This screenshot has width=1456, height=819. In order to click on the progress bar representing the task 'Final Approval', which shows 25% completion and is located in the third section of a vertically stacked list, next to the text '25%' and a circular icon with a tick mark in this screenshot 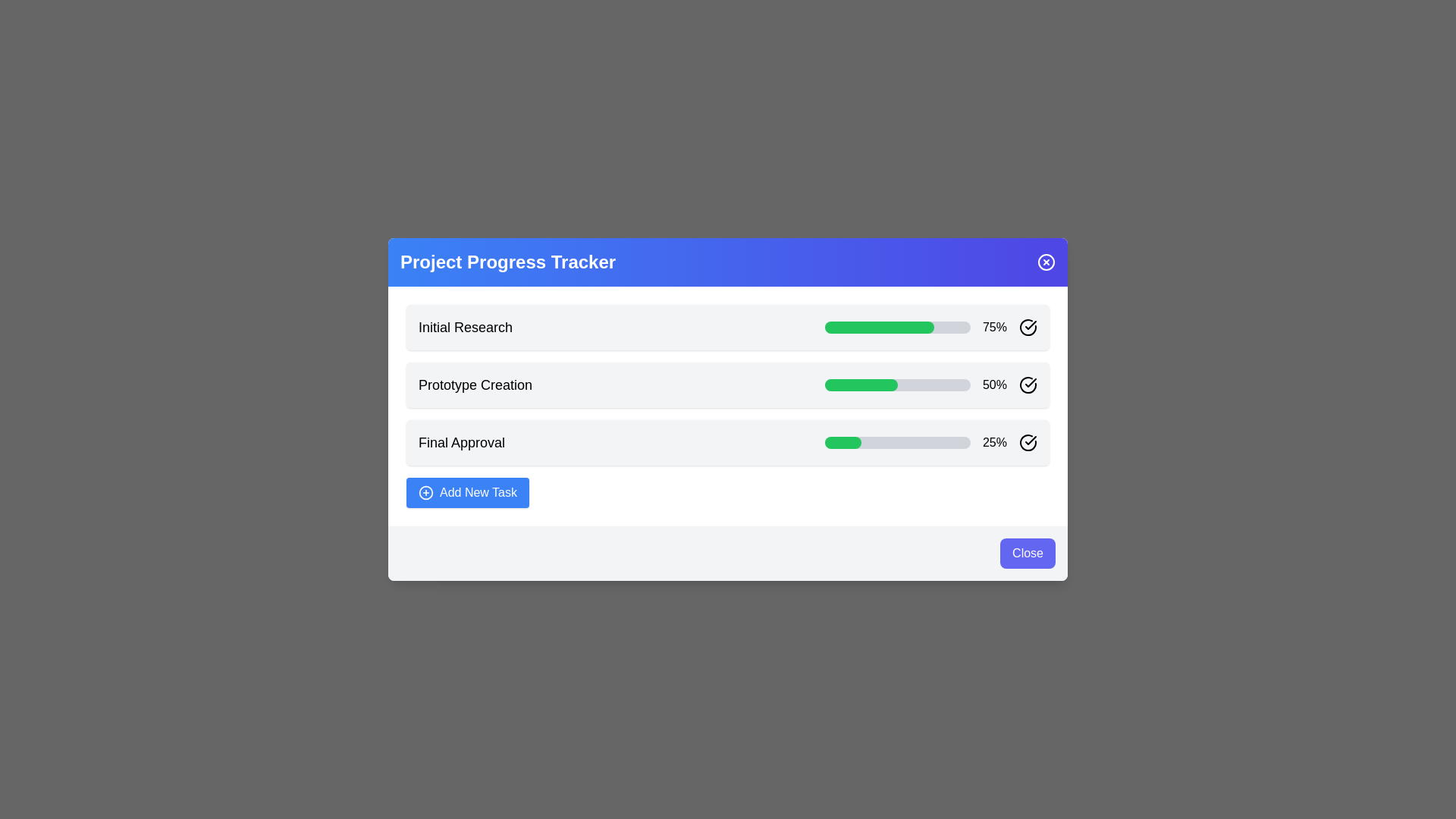, I will do `click(930, 442)`.